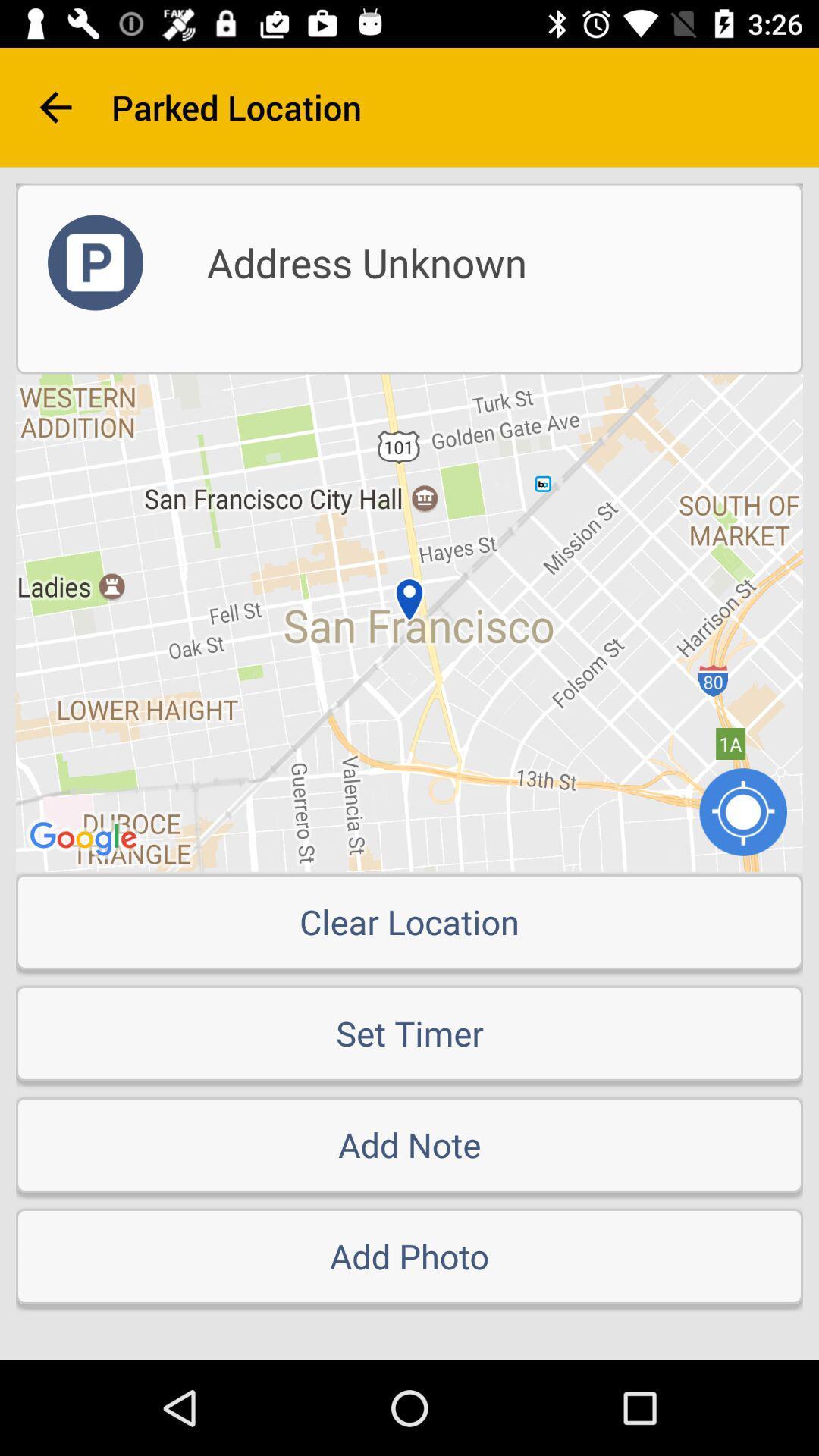  What do you see at coordinates (409, 1145) in the screenshot?
I see `the add note option` at bounding box center [409, 1145].